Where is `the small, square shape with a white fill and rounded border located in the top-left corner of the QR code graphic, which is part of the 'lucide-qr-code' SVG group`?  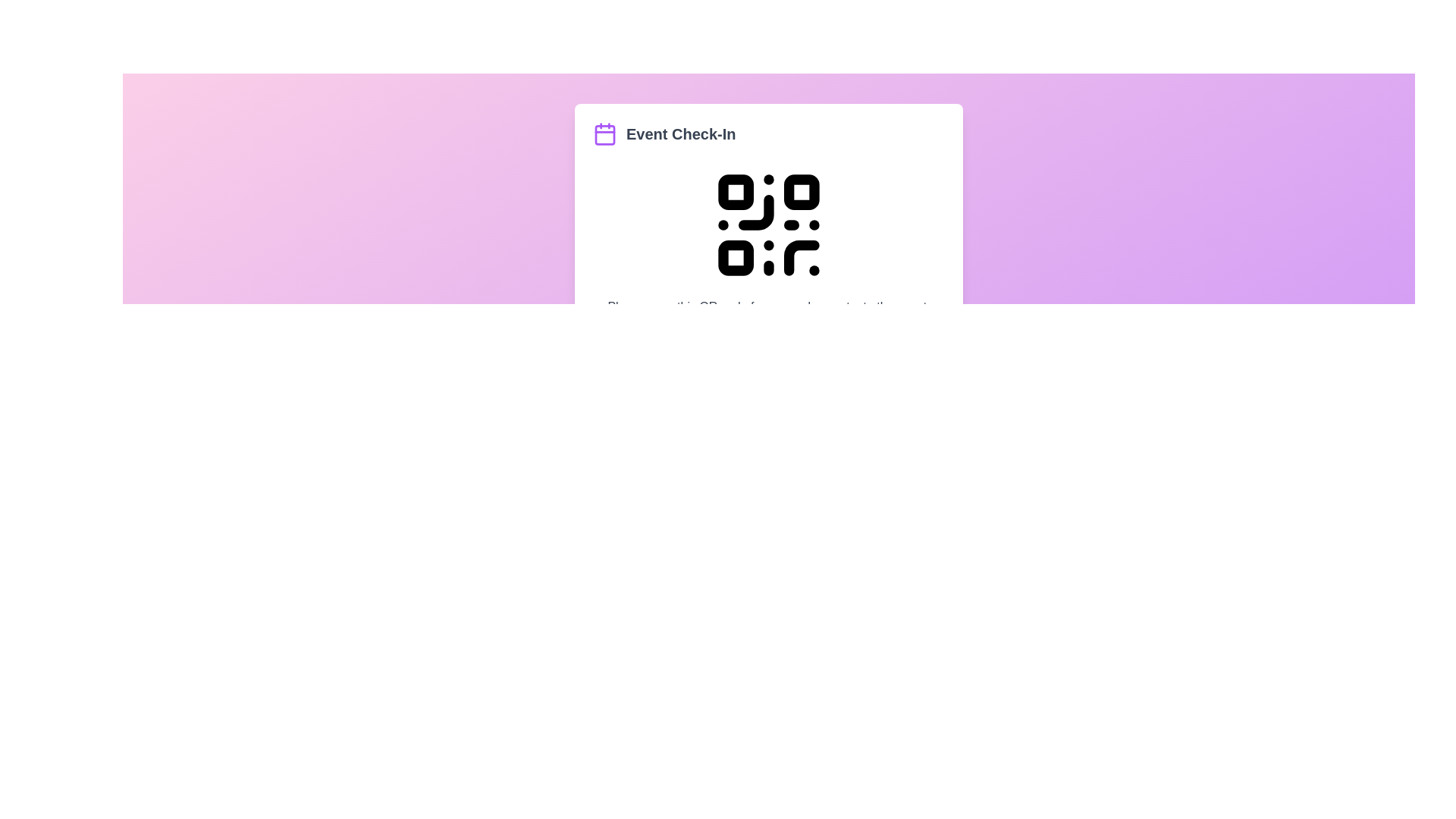 the small, square shape with a white fill and rounded border located in the top-left corner of the QR code graphic, which is part of the 'lucide-qr-code' SVG group is located at coordinates (736, 191).